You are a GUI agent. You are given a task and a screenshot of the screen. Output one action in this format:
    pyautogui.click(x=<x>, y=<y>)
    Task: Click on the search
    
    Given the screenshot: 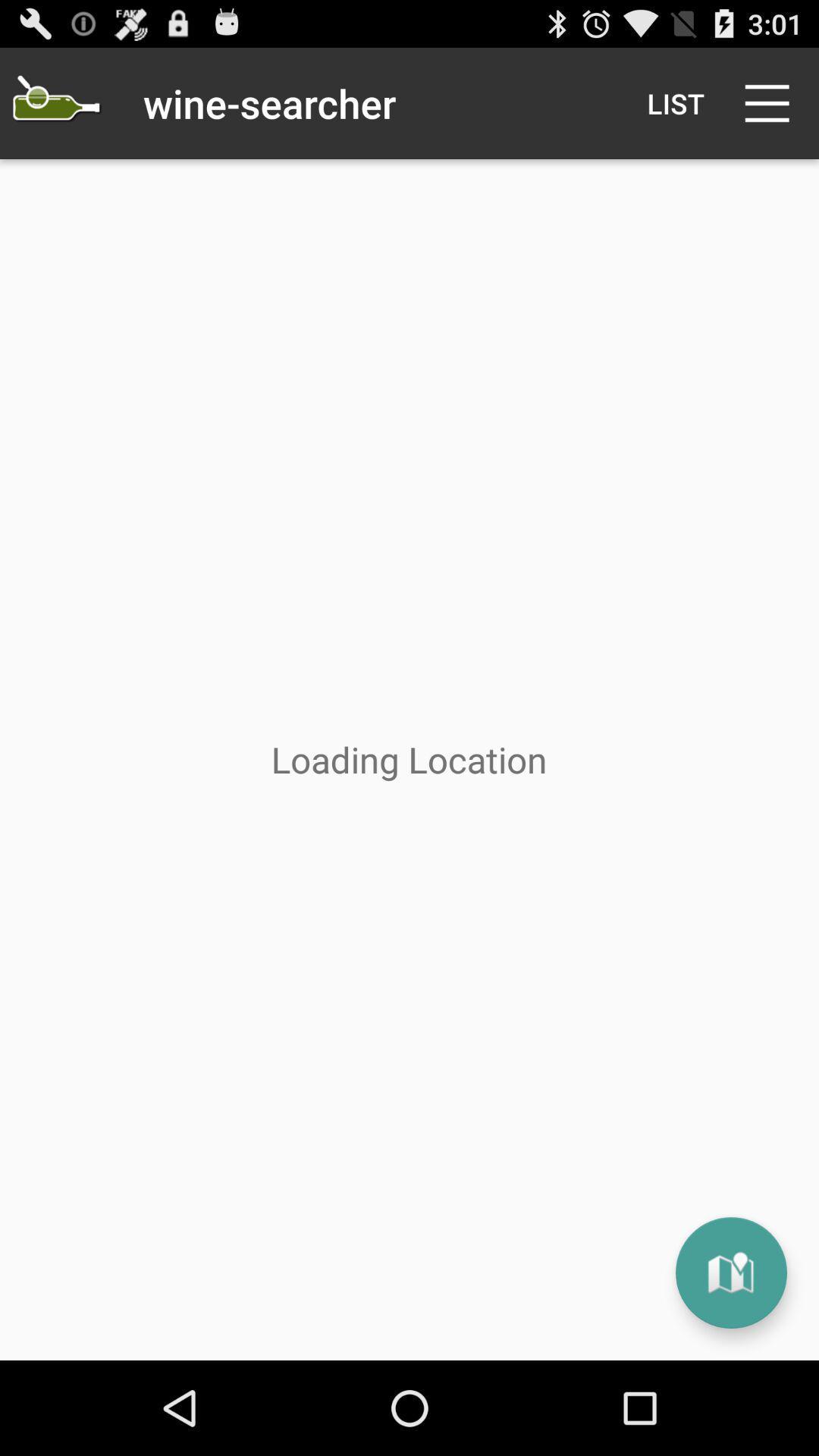 What is the action you would take?
    pyautogui.click(x=55, y=102)
    